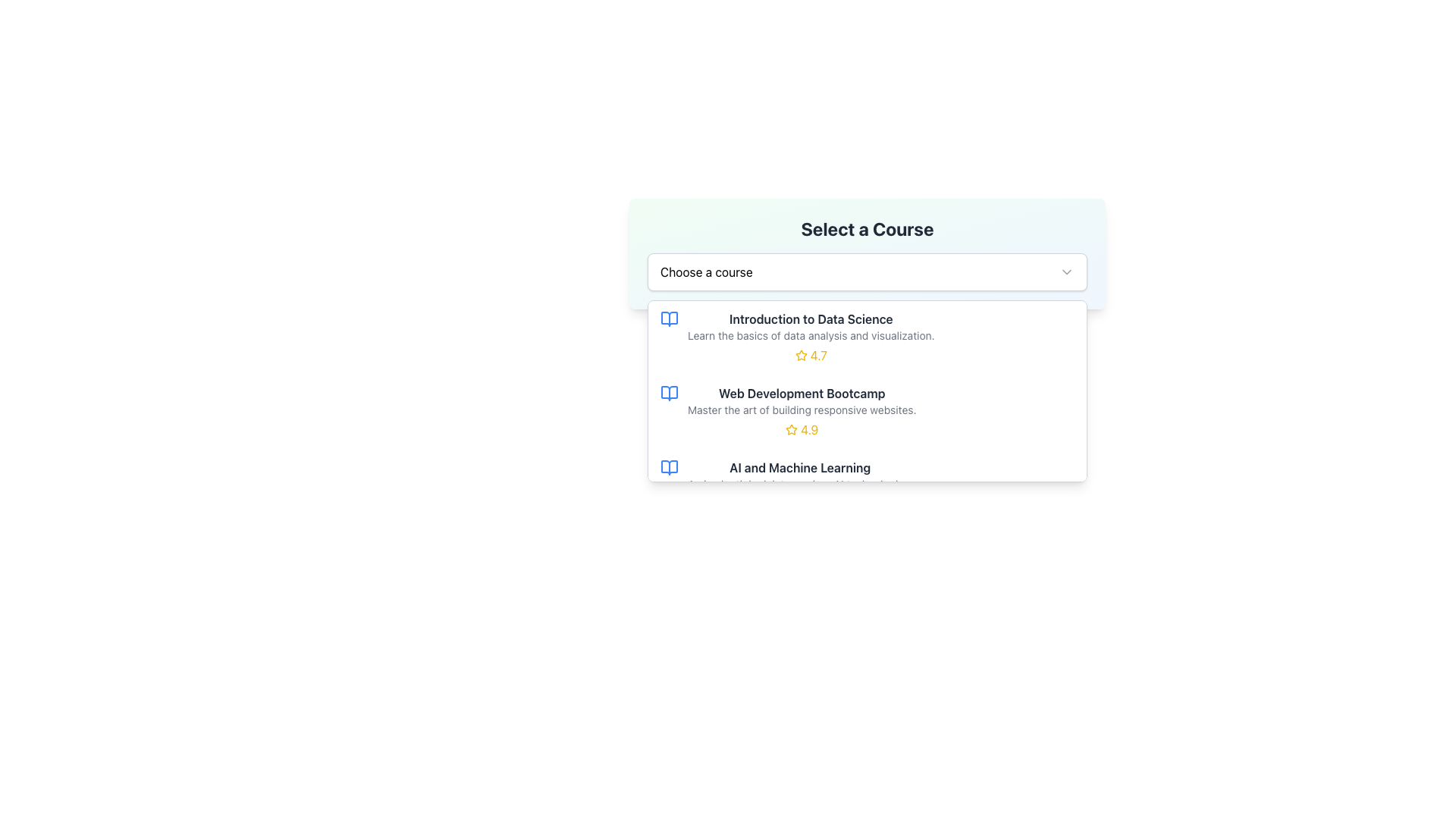  I want to click on the decorative star icon representing the rating for the 'Web Development Bootcamp' course, which is located to the left of the numeric value '4.9', so click(791, 430).